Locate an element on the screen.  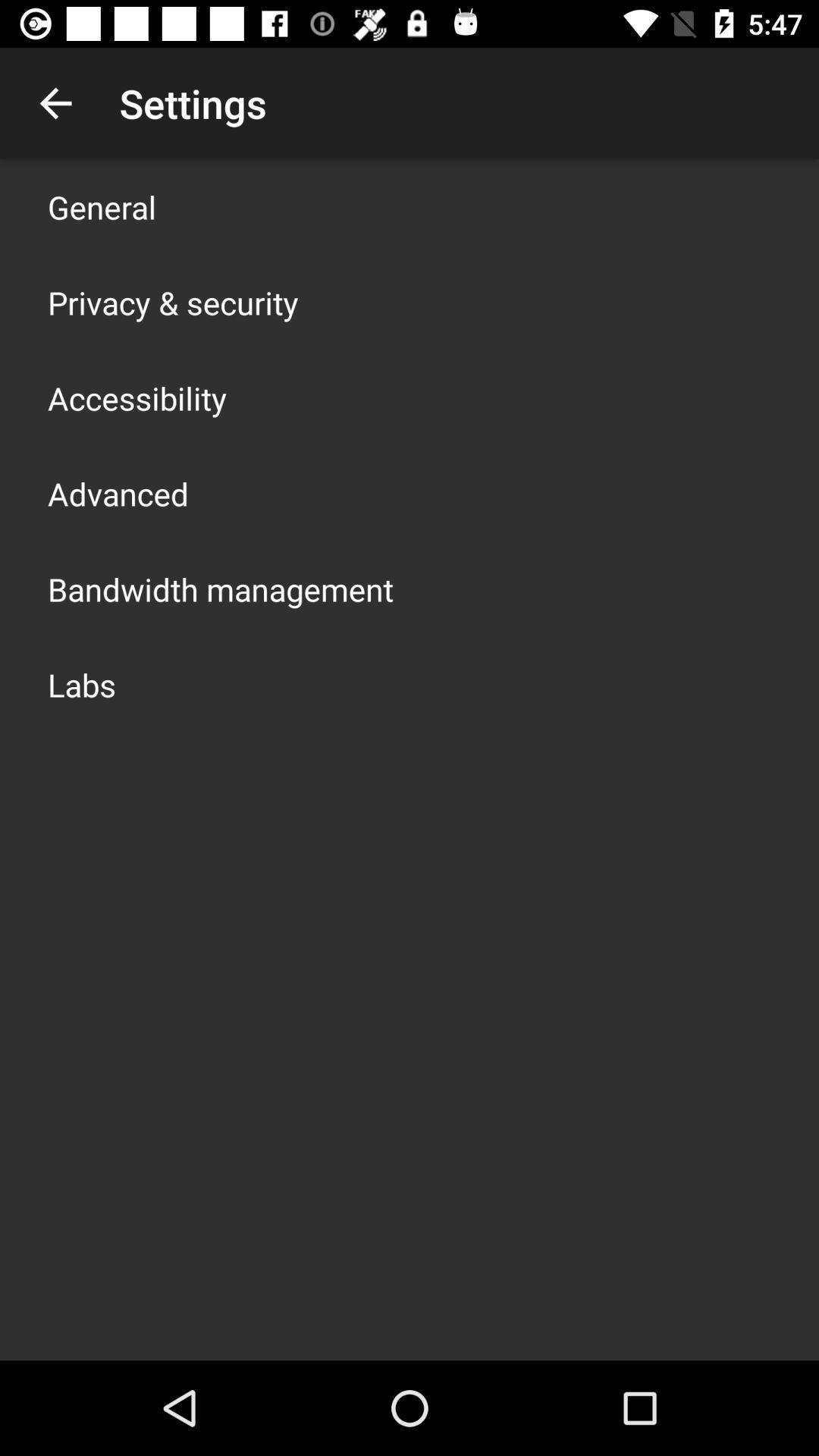
the icon above the accessibility is located at coordinates (172, 302).